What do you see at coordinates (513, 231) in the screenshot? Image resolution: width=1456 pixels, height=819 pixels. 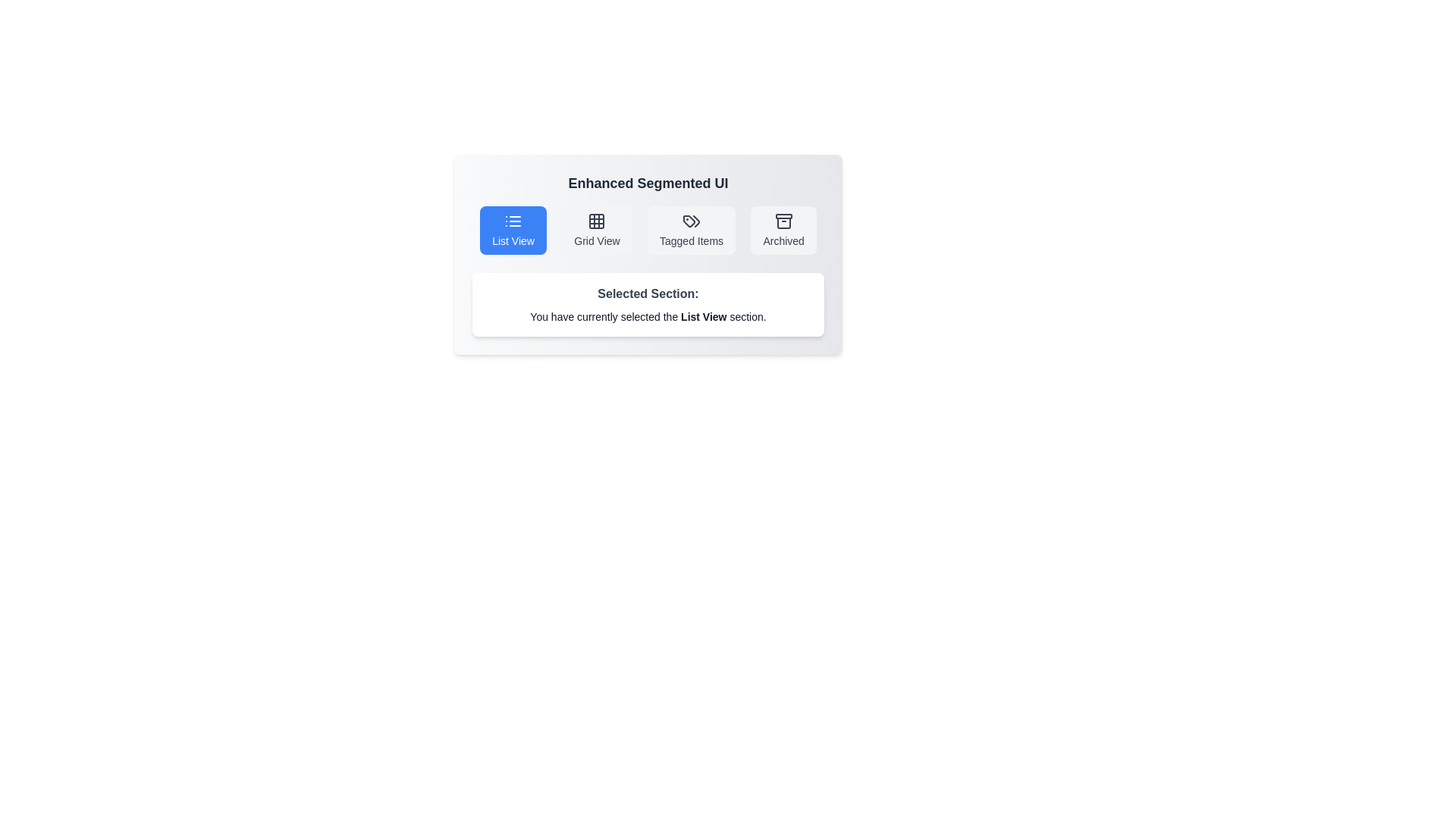 I see `the 'List View' button, which is a rectangular button with rounded edges, blue background, and white text, located under the title 'Enhanced Segmented UI'` at bounding box center [513, 231].